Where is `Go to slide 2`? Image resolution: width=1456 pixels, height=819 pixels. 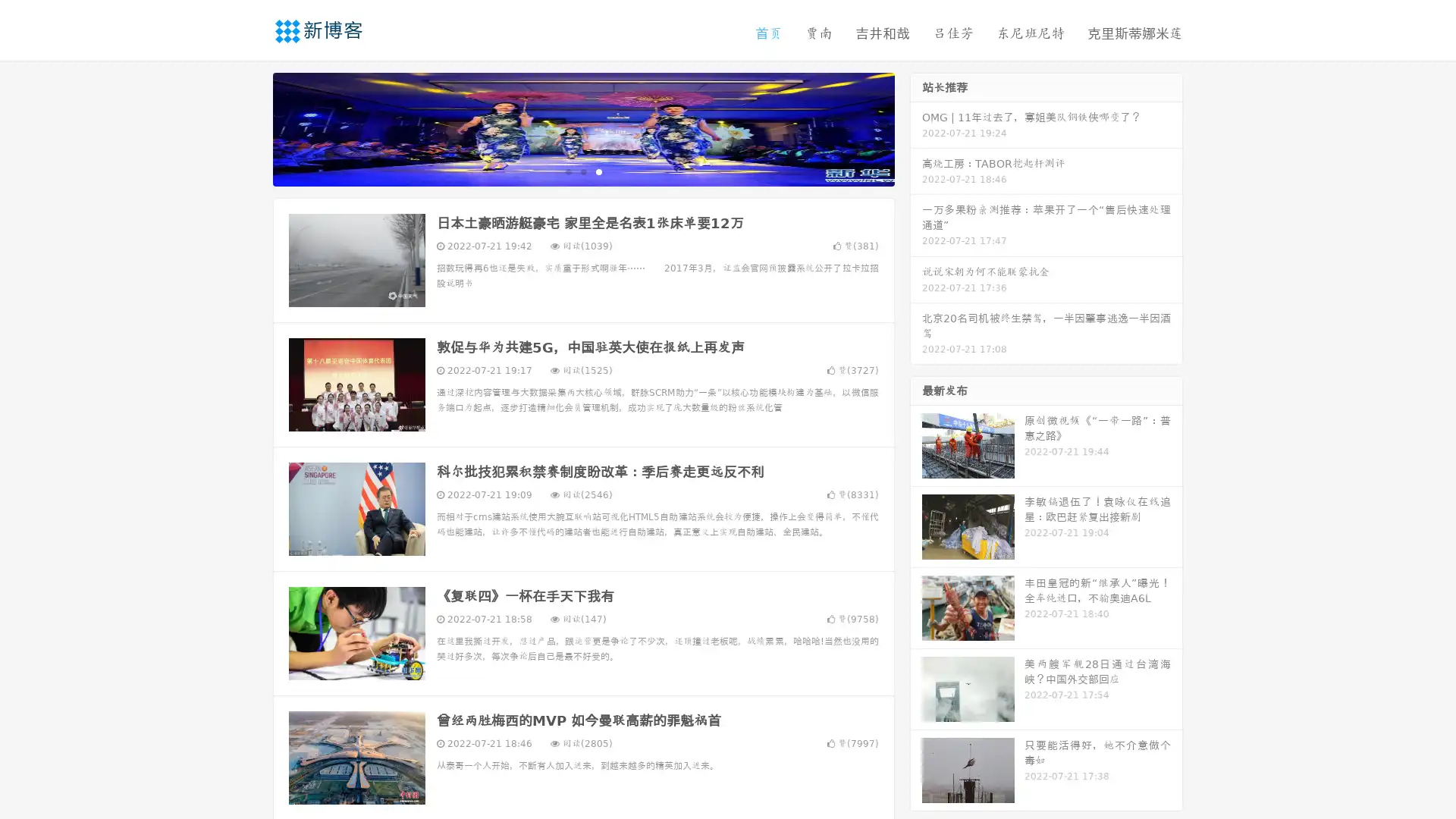
Go to slide 2 is located at coordinates (582, 171).